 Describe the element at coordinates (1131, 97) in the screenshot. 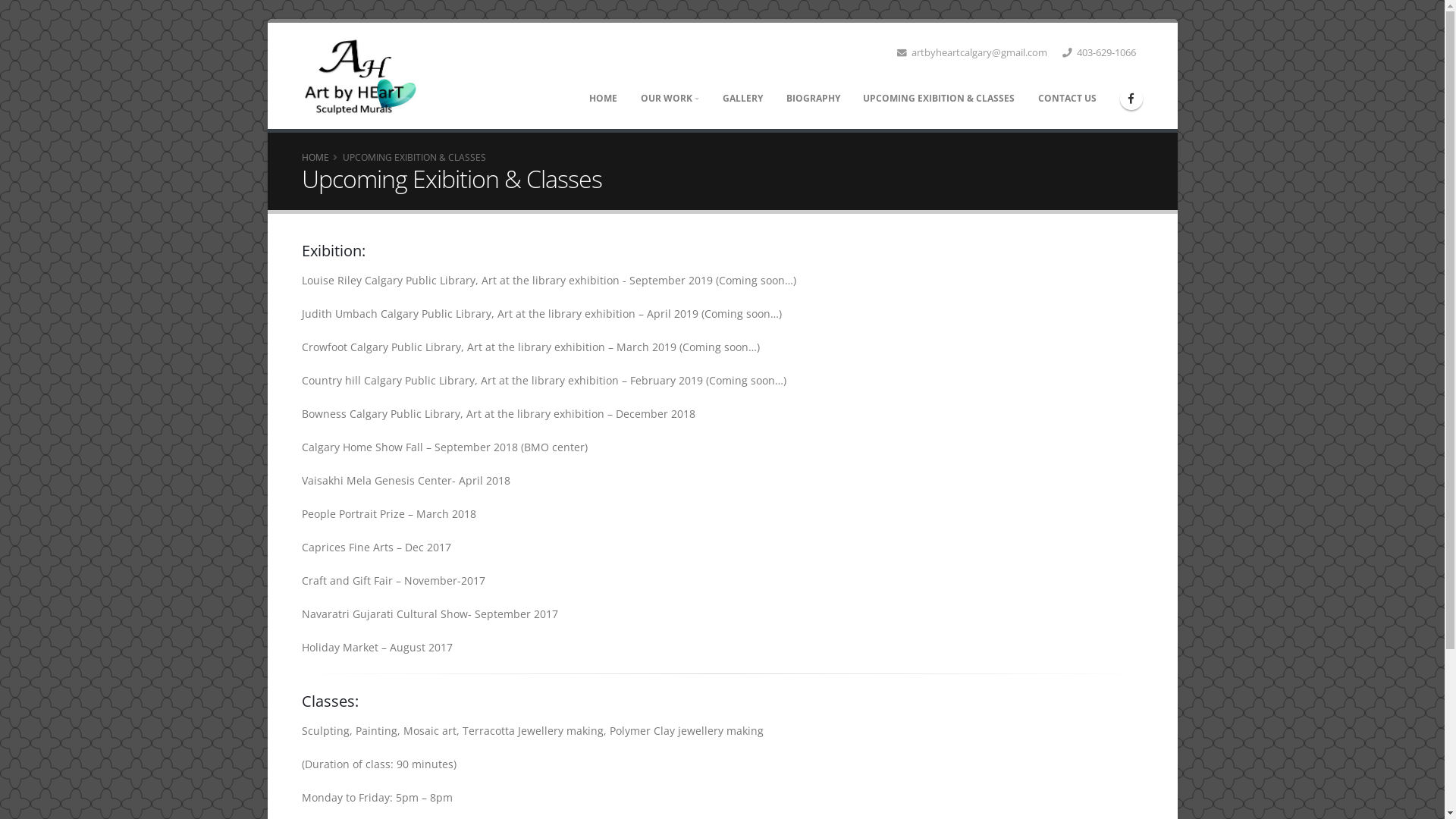

I see `'Facebook'` at that location.